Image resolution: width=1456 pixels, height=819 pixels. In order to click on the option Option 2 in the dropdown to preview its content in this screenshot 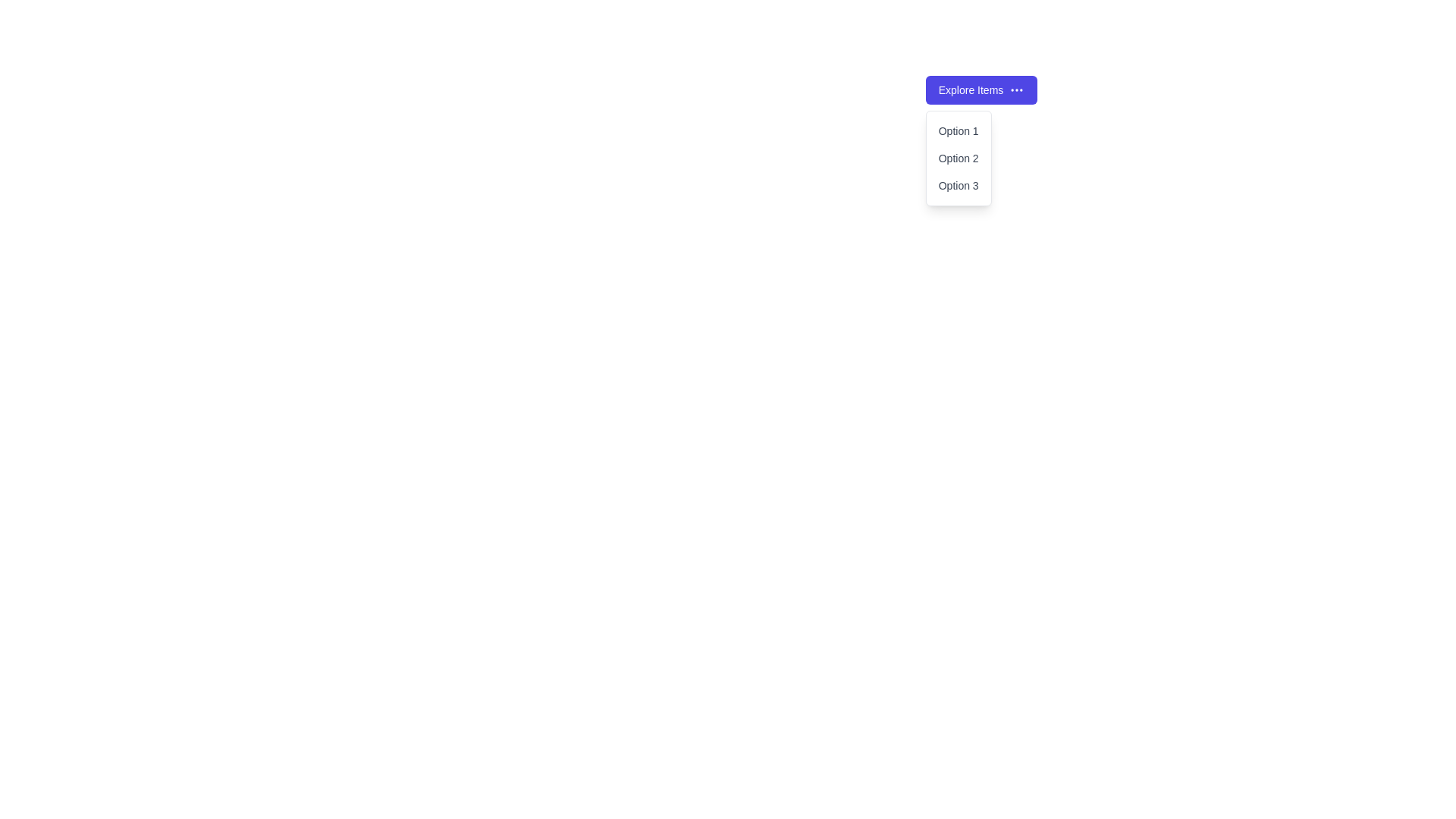, I will do `click(958, 158)`.